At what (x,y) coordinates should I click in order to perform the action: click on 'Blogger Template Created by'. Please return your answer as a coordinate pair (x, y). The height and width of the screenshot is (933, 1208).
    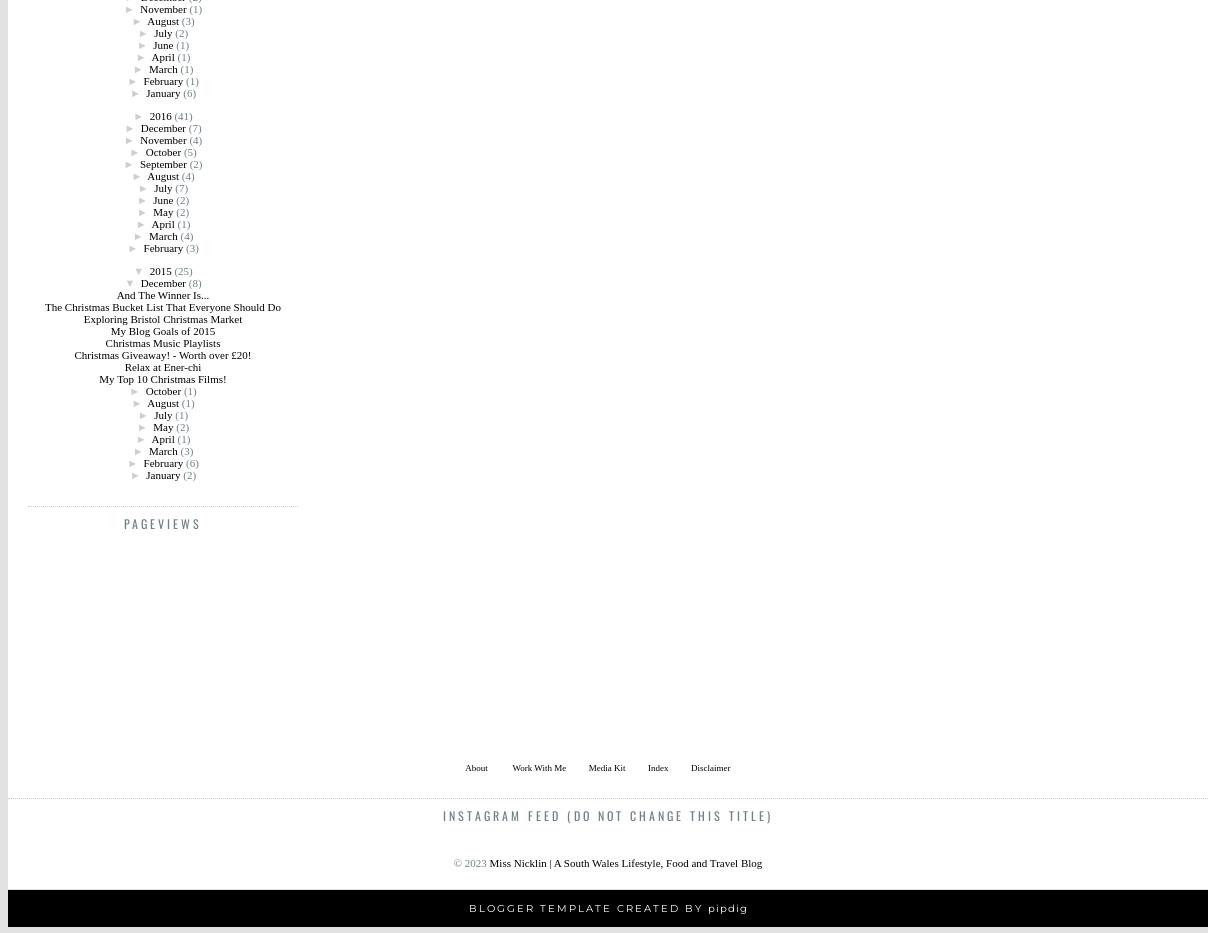
    Looking at the image, I should click on (467, 908).